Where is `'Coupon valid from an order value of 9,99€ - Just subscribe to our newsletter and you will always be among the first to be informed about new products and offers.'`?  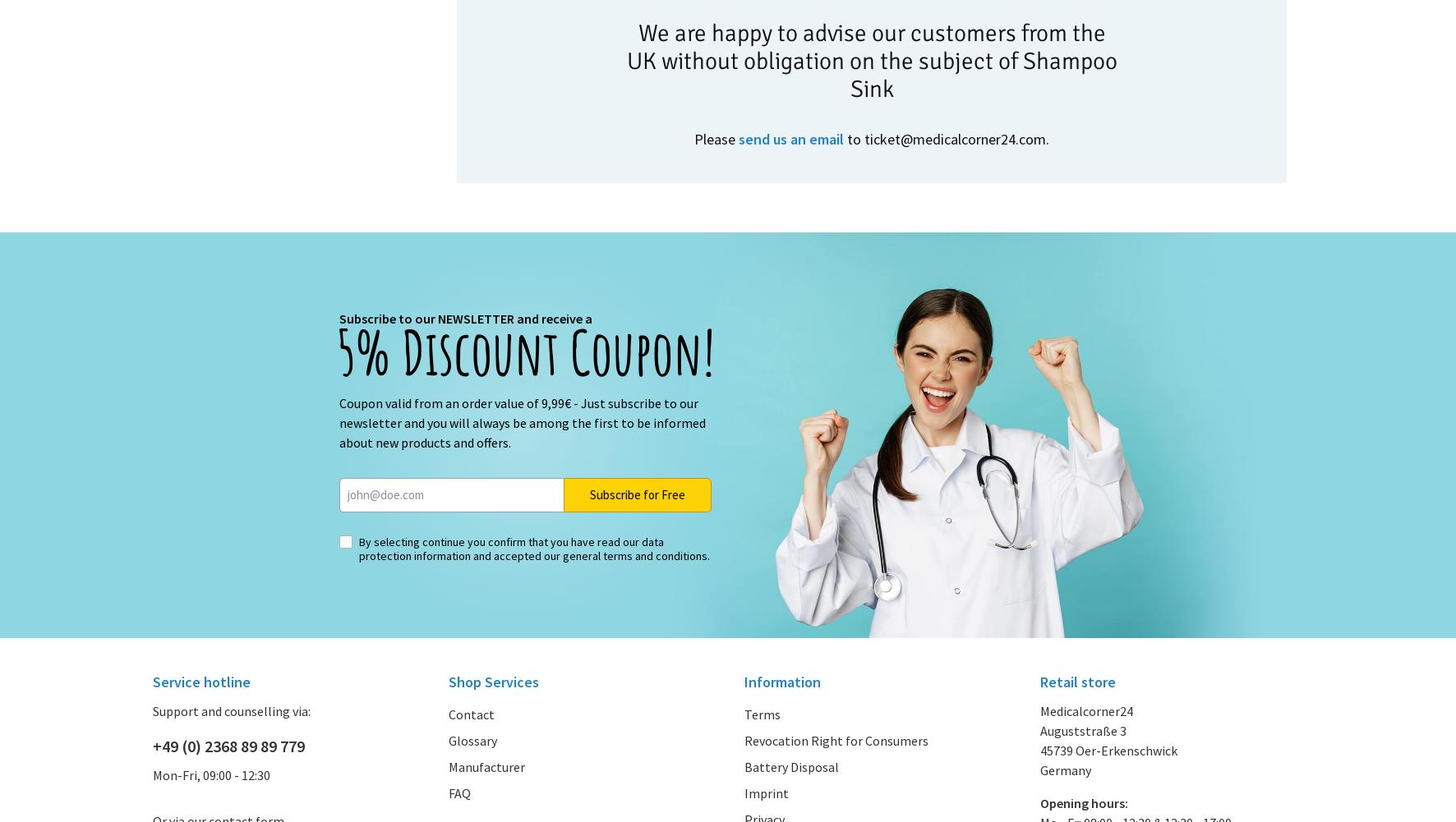 'Coupon valid from an order value of 9,99€ - Just subscribe to our newsletter and you will always be among the first to be informed about new products and offers.' is located at coordinates (522, 421).